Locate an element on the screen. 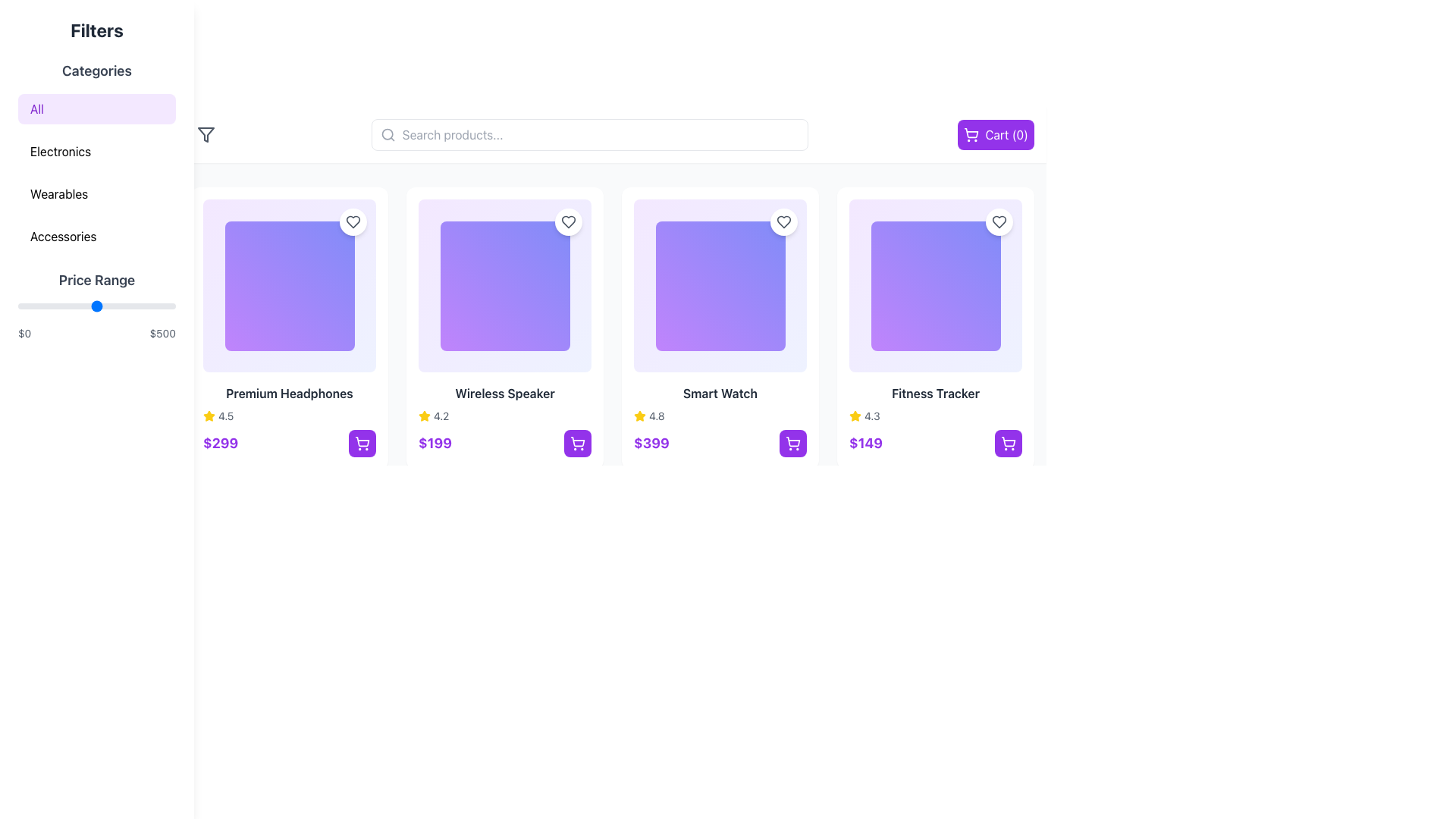 Image resolution: width=1456 pixels, height=819 pixels. the yellow five-pointed star icon located below the product image and adjacent to the product title of 'Premium Headphones' is located at coordinates (208, 416).